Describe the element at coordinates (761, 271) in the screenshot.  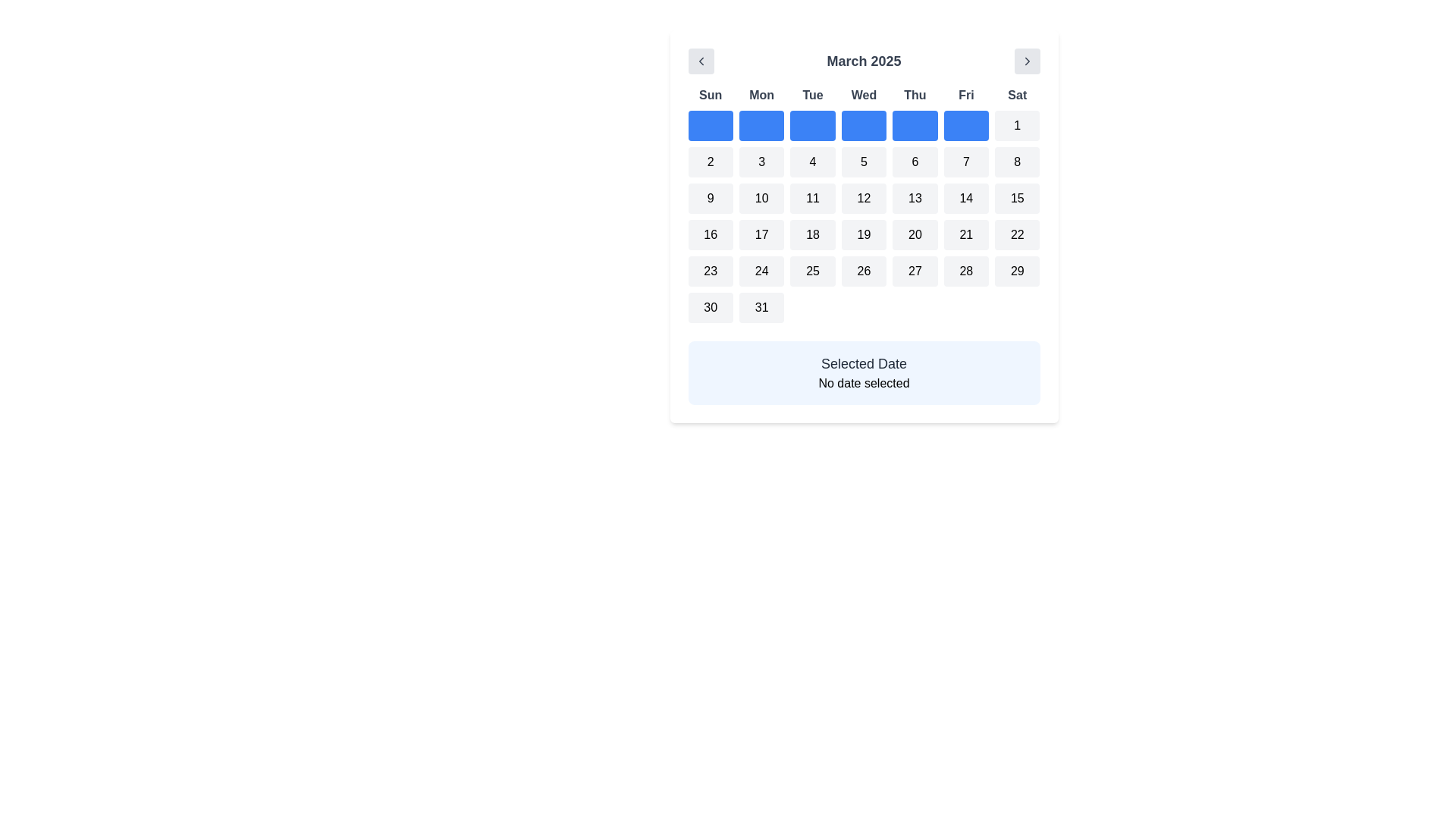
I see `the Calendar Day element displaying the number '24'` at that location.